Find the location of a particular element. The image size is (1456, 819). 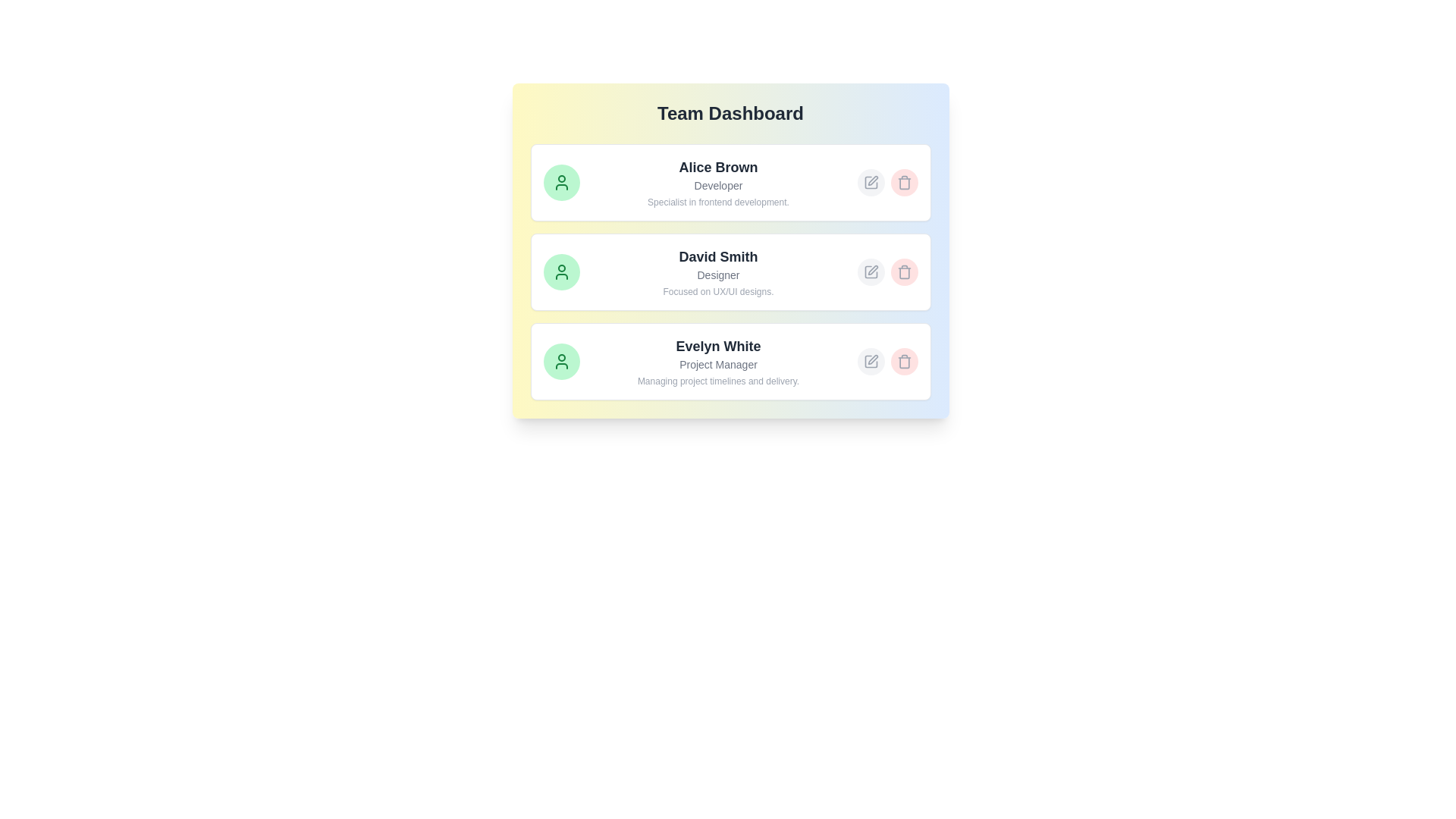

the 'Edit' button located on the far right side of the first row in the 'Team Dashboard' list, to the left of the red trash icon and aligned with the user name 'Alice Brown' is located at coordinates (871, 181).